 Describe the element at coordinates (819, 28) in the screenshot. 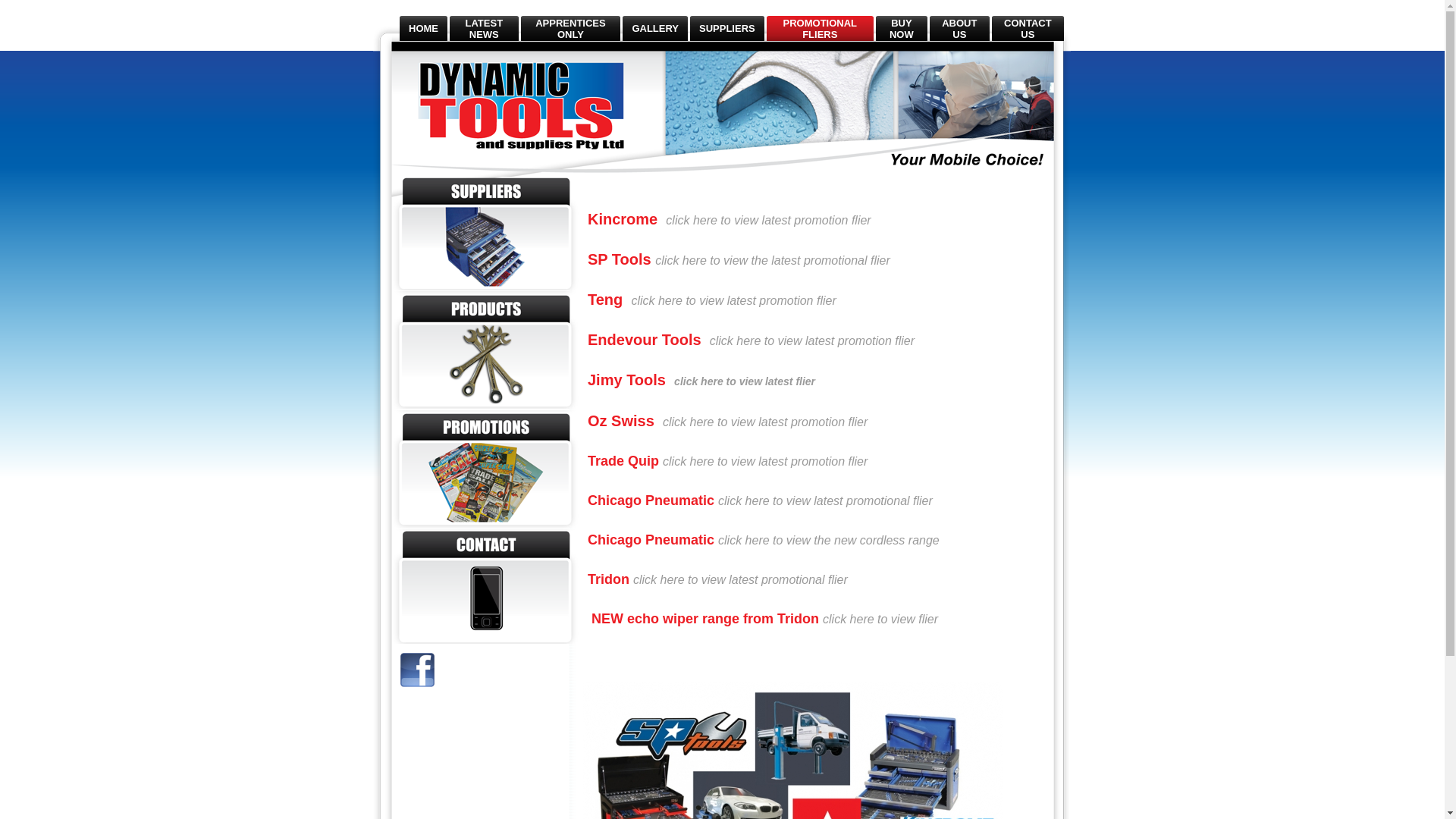

I see `'PROMOTIONAL FLIERS'` at that location.